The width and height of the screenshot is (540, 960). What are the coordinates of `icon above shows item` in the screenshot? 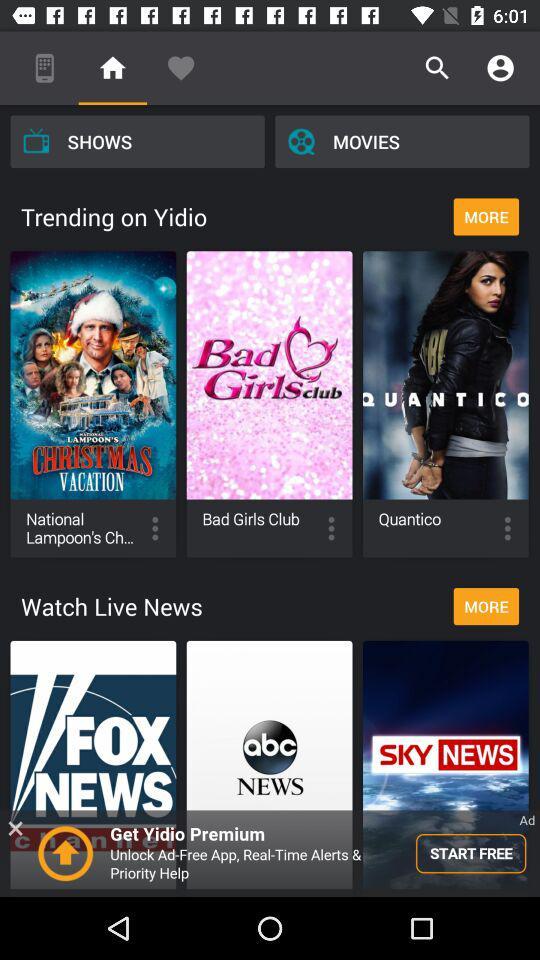 It's located at (44, 68).